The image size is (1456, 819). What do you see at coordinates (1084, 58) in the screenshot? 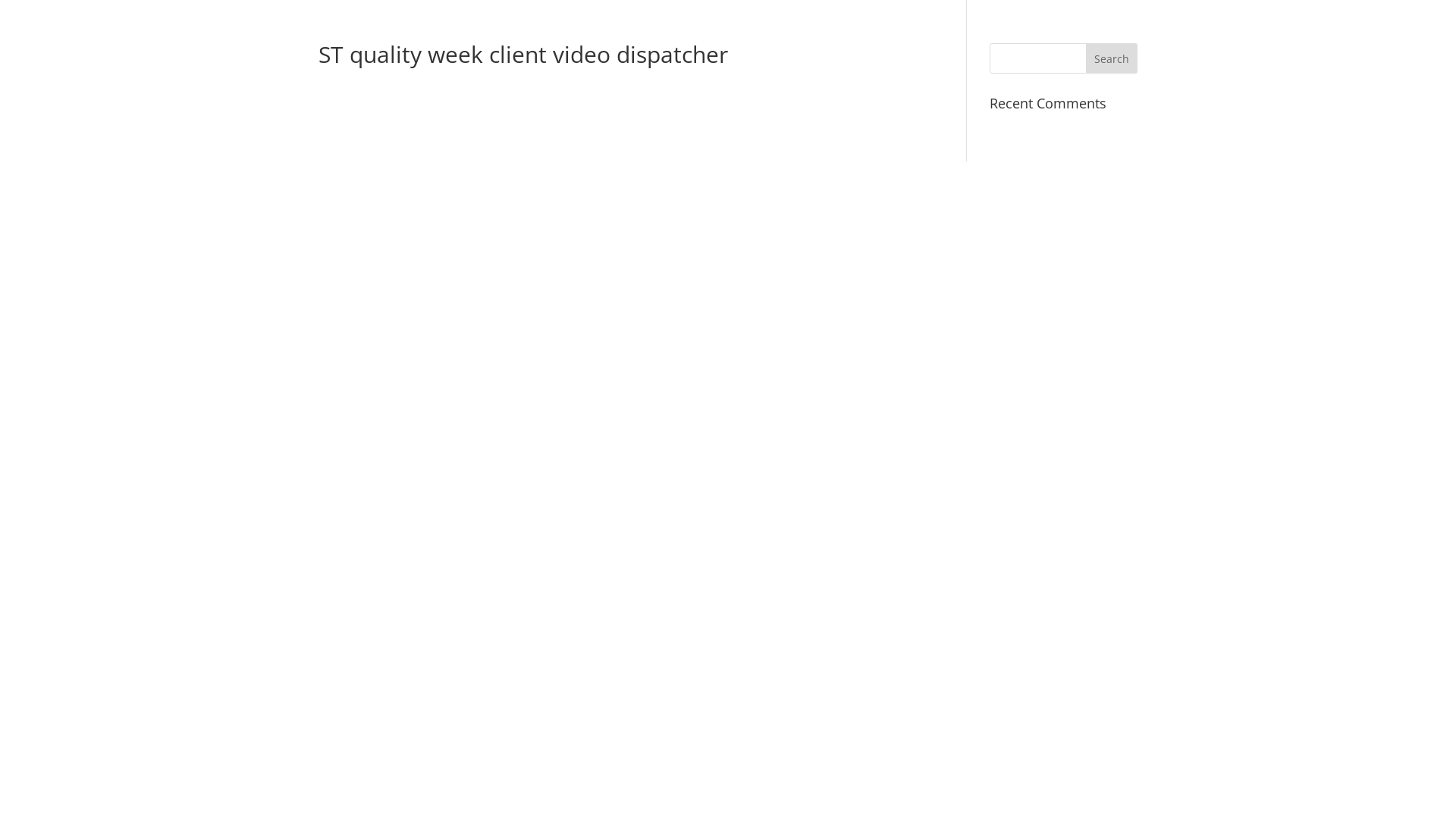
I see `'Search'` at bounding box center [1084, 58].